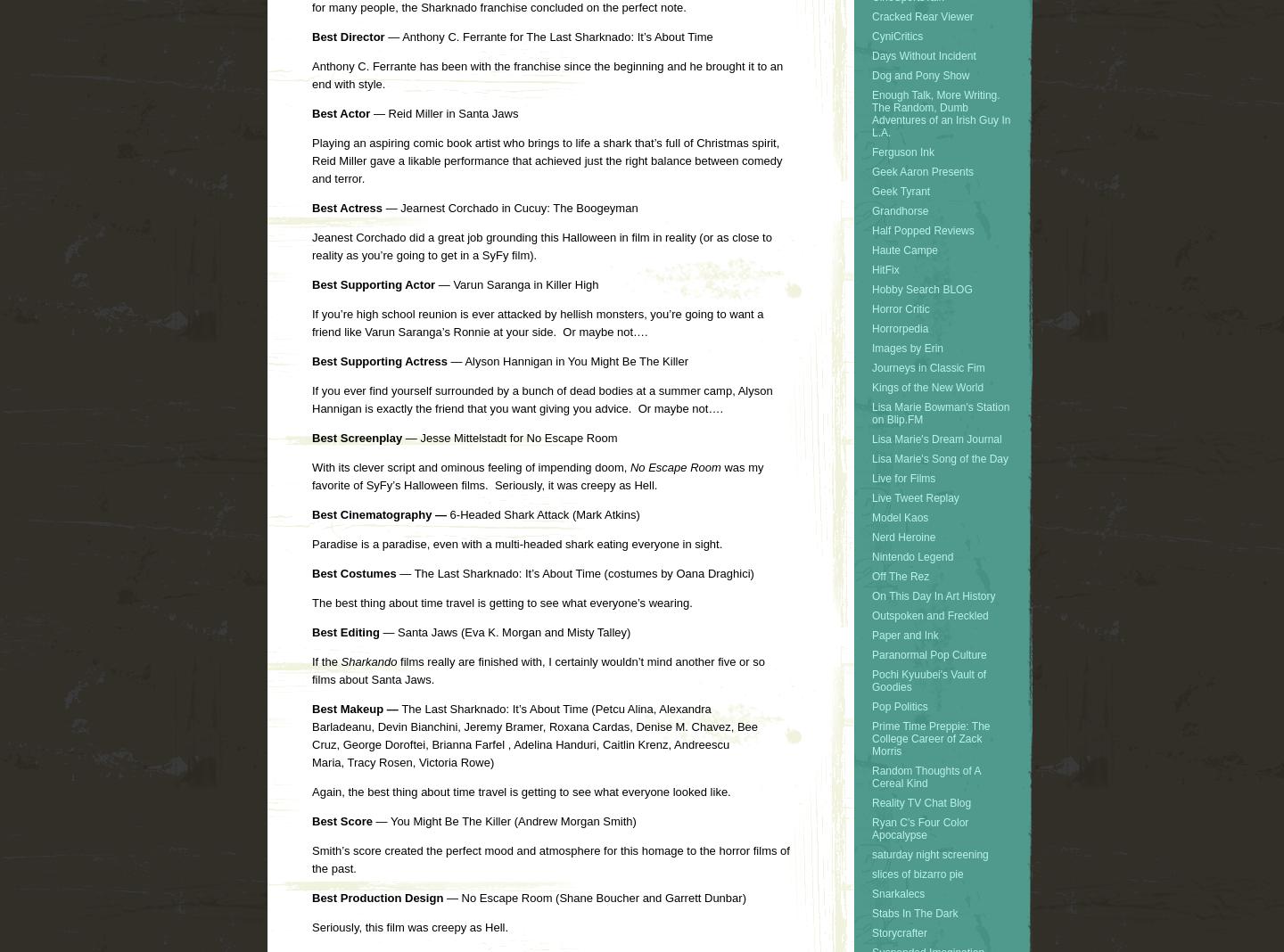  What do you see at coordinates (920, 75) in the screenshot?
I see `'Dog and Pony Show'` at bounding box center [920, 75].